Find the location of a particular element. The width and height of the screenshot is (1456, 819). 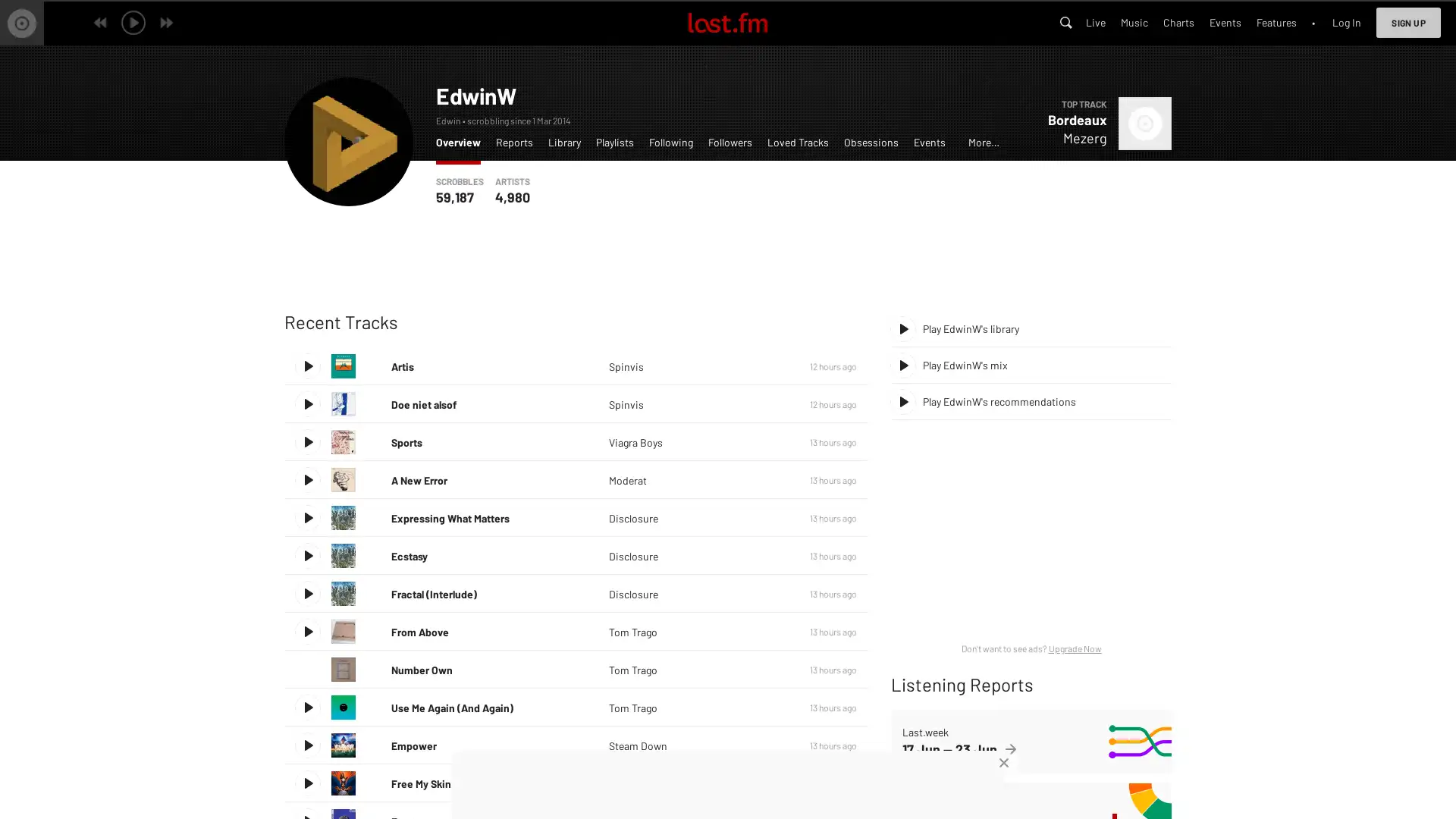

Buy is located at coordinates (764, 403).